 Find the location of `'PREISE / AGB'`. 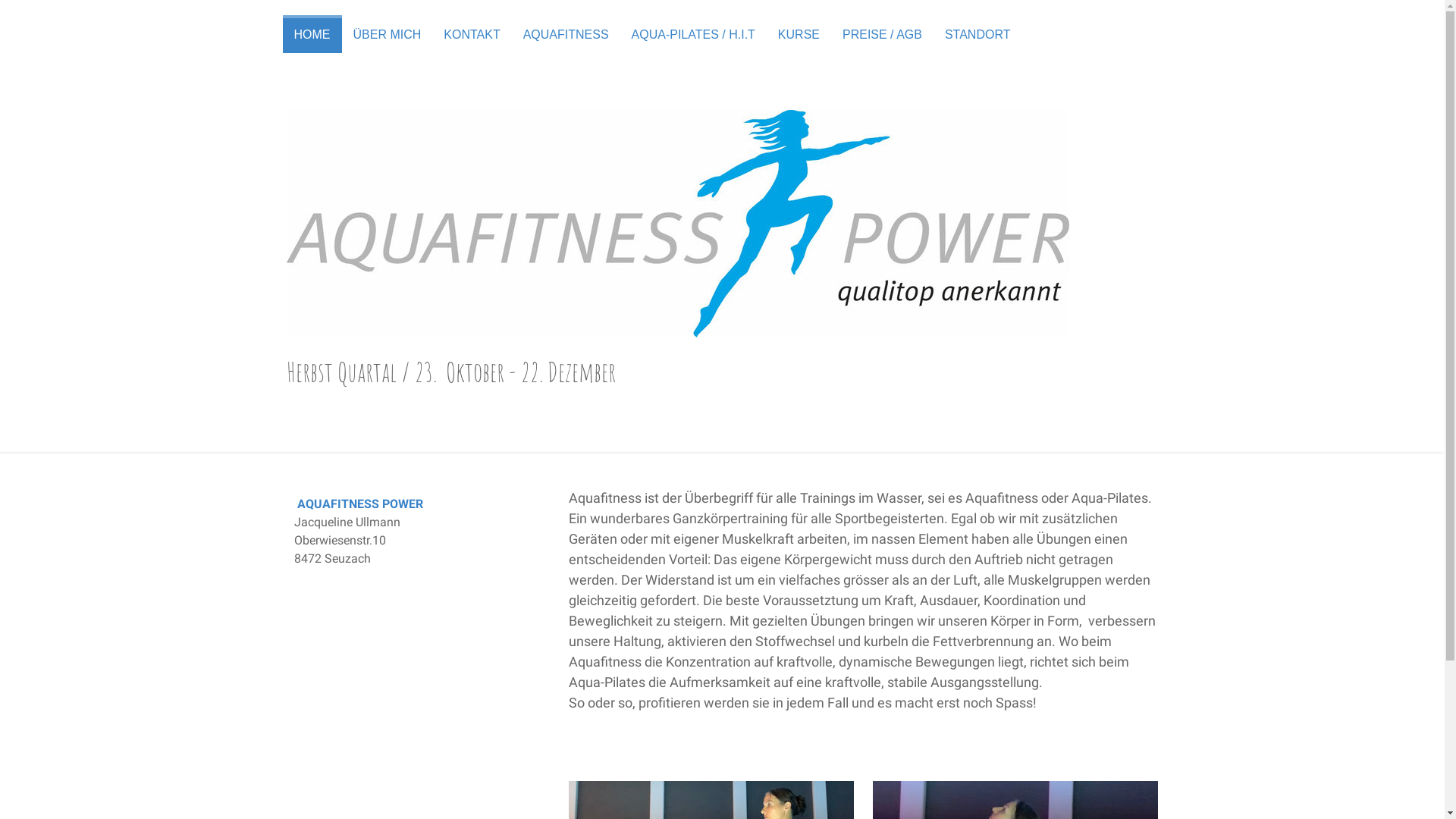

'PREISE / AGB' is located at coordinates (830, 34).